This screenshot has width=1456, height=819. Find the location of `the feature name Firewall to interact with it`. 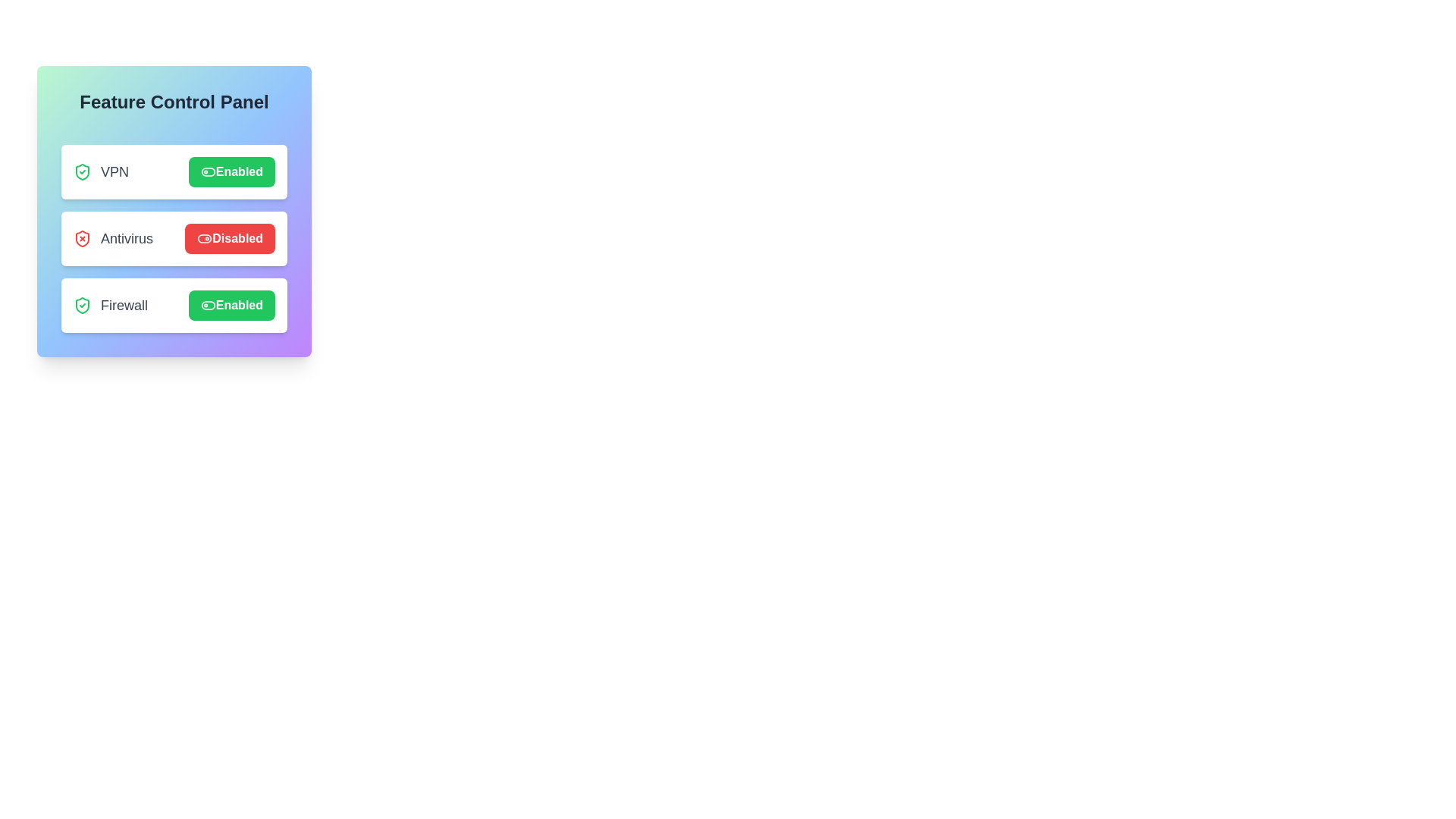

the feature name Firewall to interact with it is located at coordinates (109, 305).